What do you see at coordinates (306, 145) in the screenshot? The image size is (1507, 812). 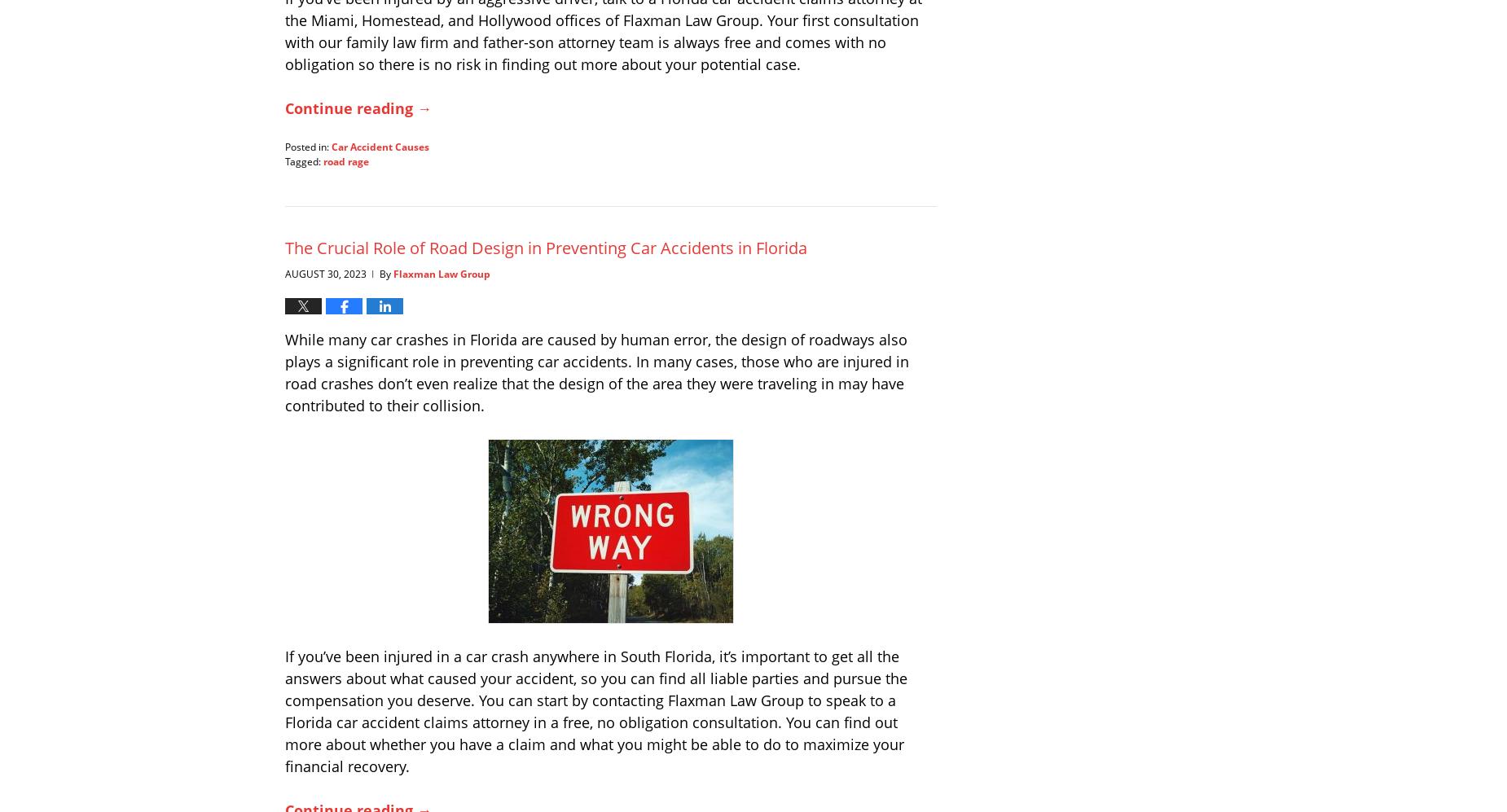 I see `'Posted in:'` at bounding box center [306, 145].